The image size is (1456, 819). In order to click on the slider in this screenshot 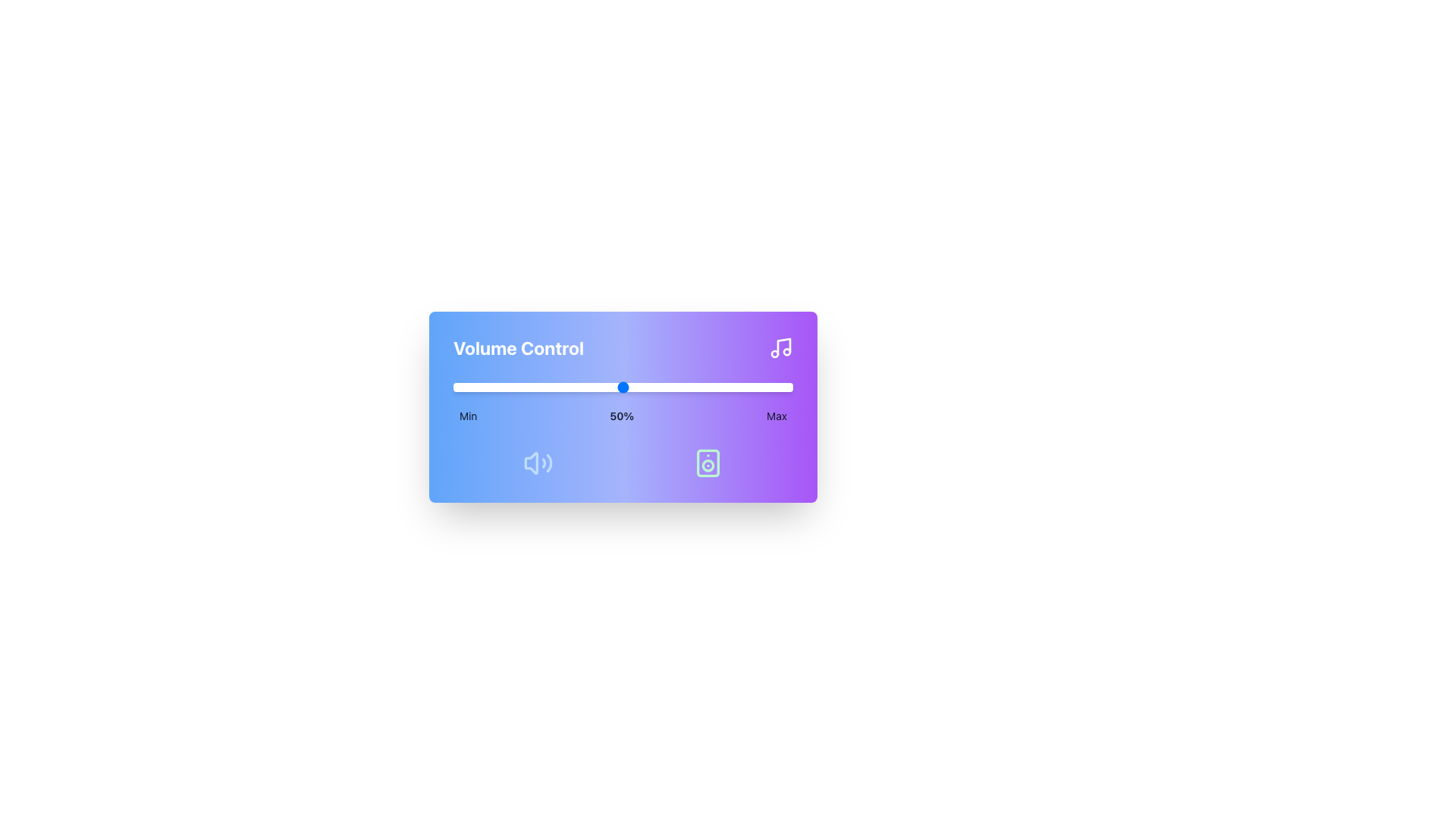, I will do `click(538, 386)`.